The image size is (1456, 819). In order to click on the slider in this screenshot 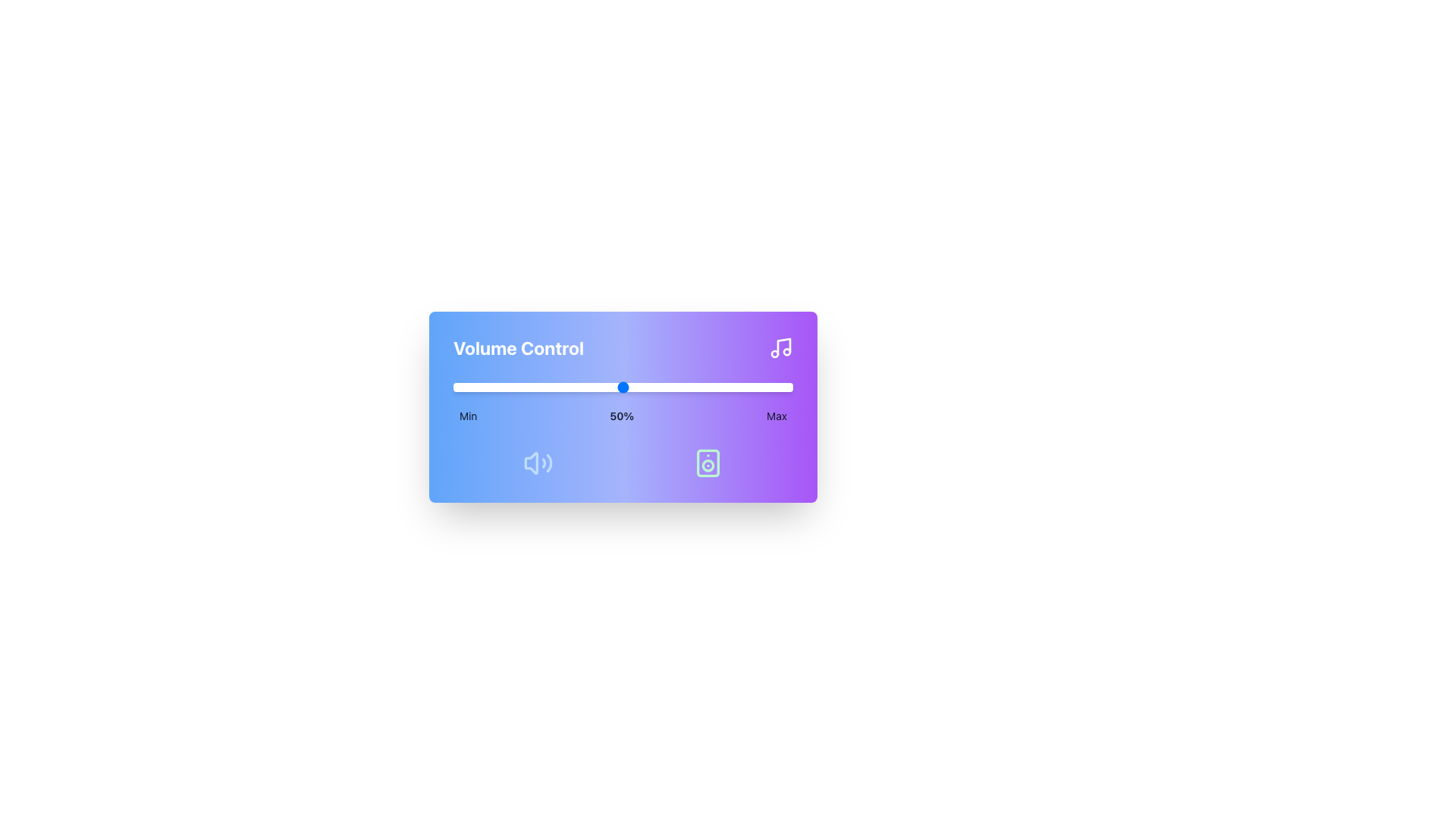, I will do `click(538, 386)`.